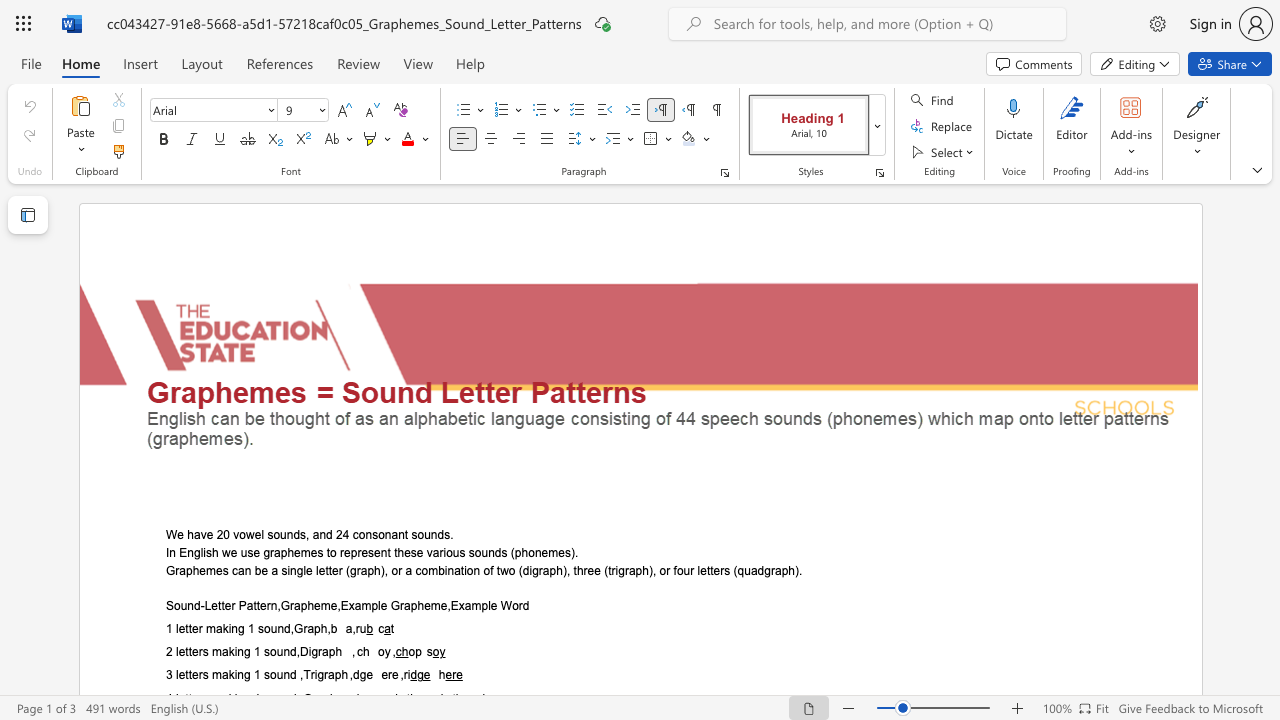 This screenshot has width=1280, height=720. Describe the element at coordinates (200, 552) in the screenshot. I see `the subset text "lish we use graphemes to represent these v" within the text "In English we use graphemes to represent these various sounds (phonemes)."` at that location.